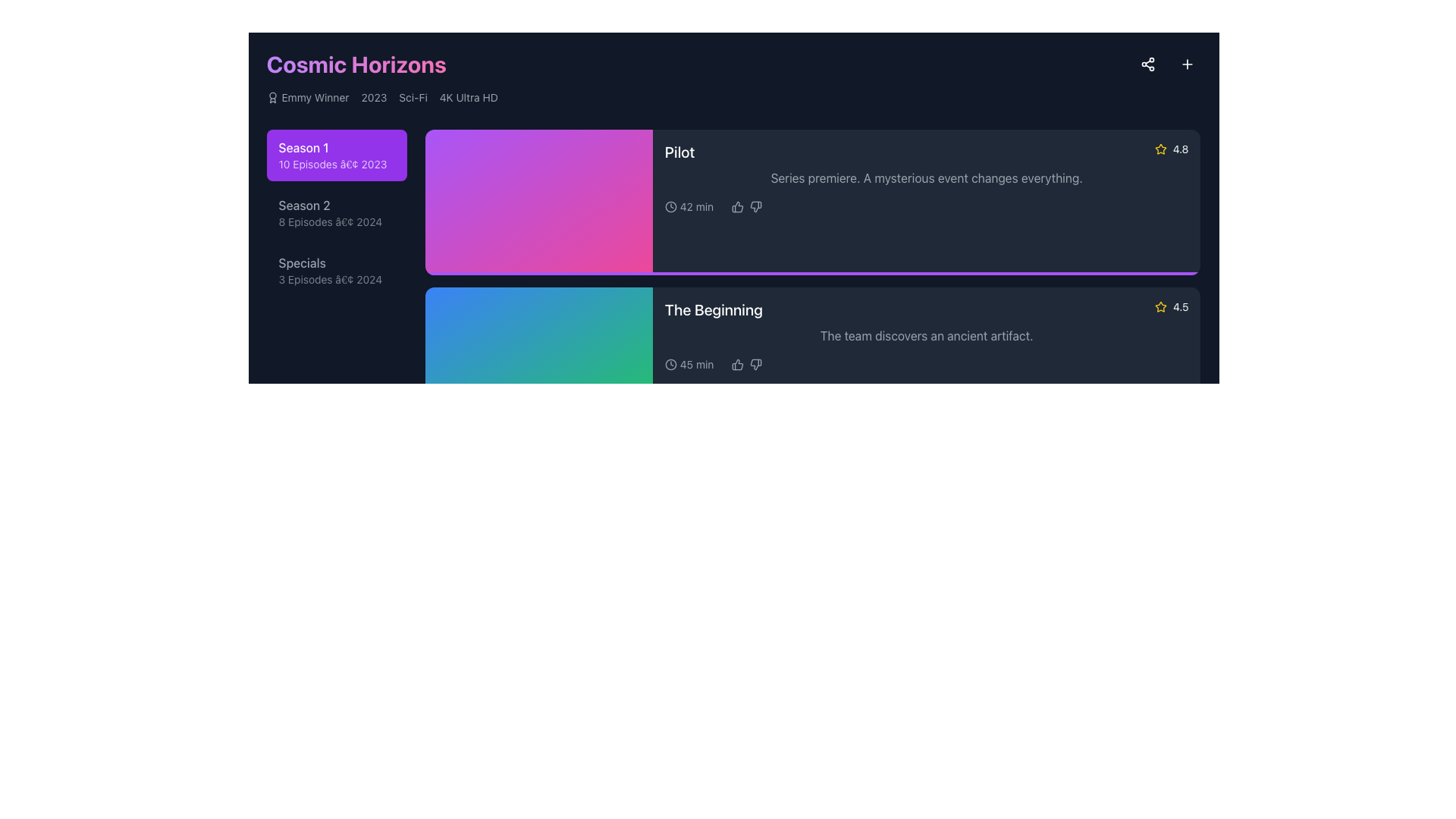 Image resolution: width=1456 pixels, height=819 pixels. Describe the element at coordinates (670, 207) in the screenshot. I see `the circular boundary of the clock icon located to the left of the '42 min' text in the 'Pilot' listing, as it serves as an interactive indicator for time-related information` at that location.